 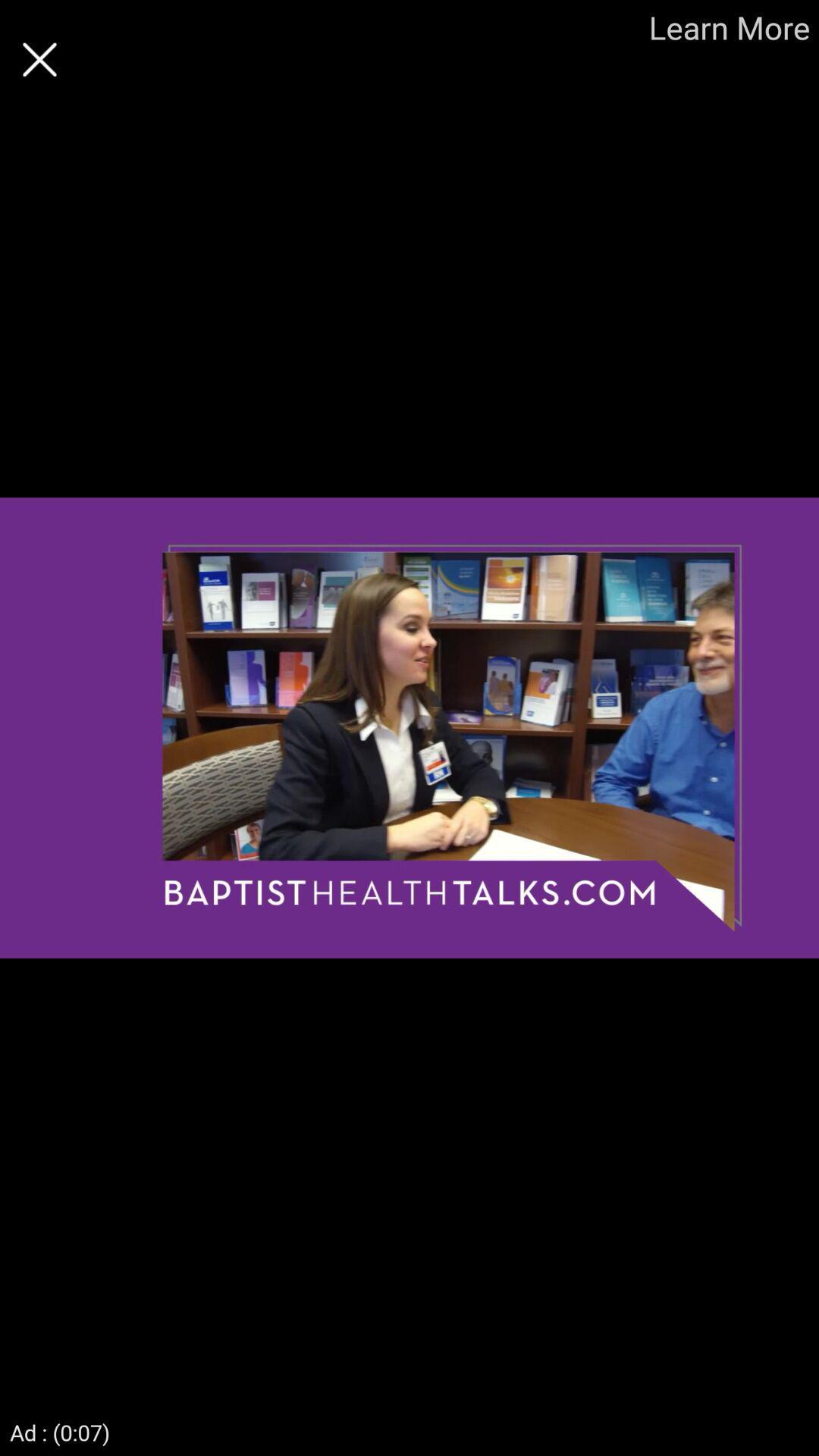 I want to click on close tab, so click(x=39, y=59).